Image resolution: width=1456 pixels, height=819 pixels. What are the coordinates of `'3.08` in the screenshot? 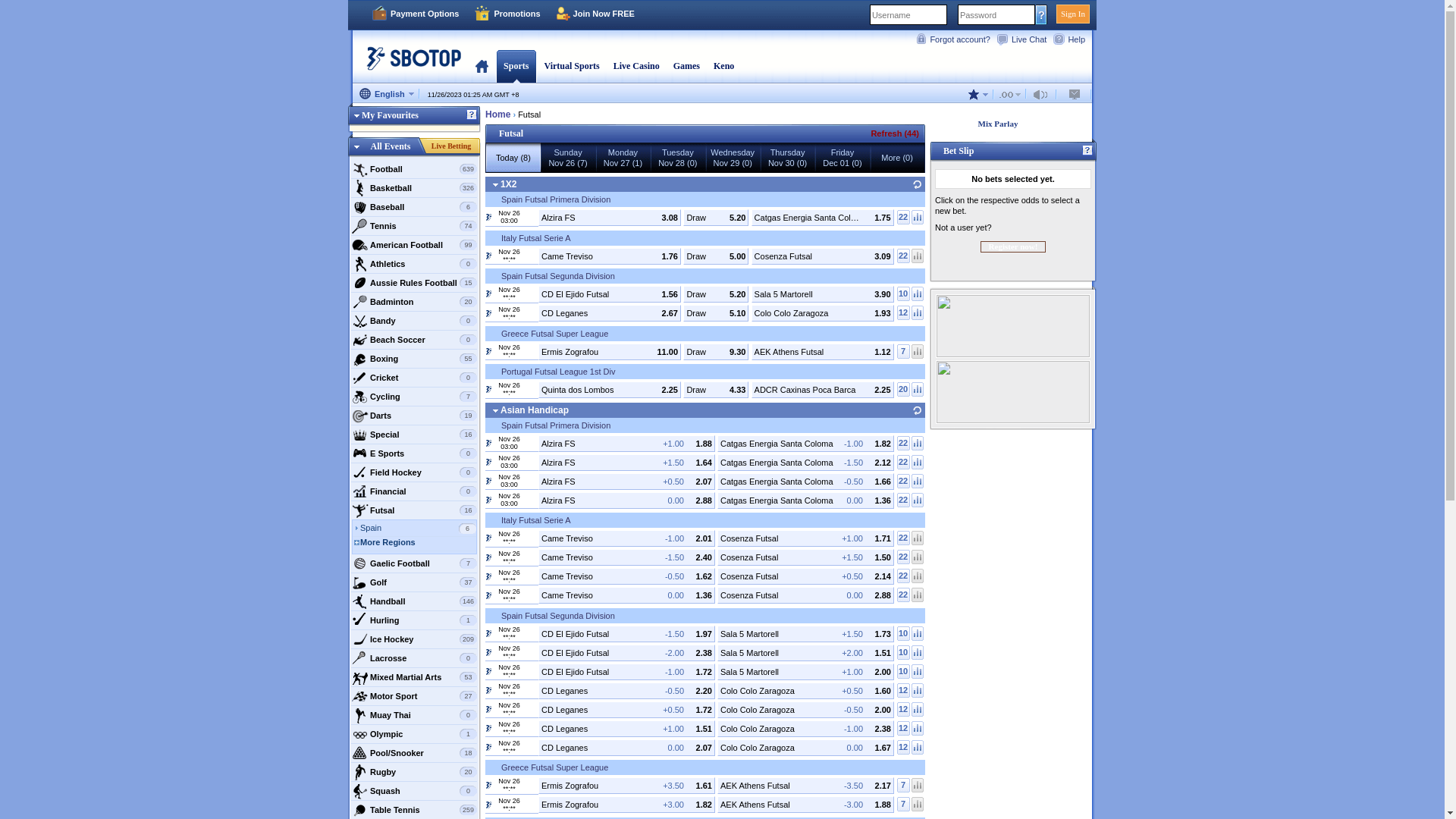 It's located at (610, 217).